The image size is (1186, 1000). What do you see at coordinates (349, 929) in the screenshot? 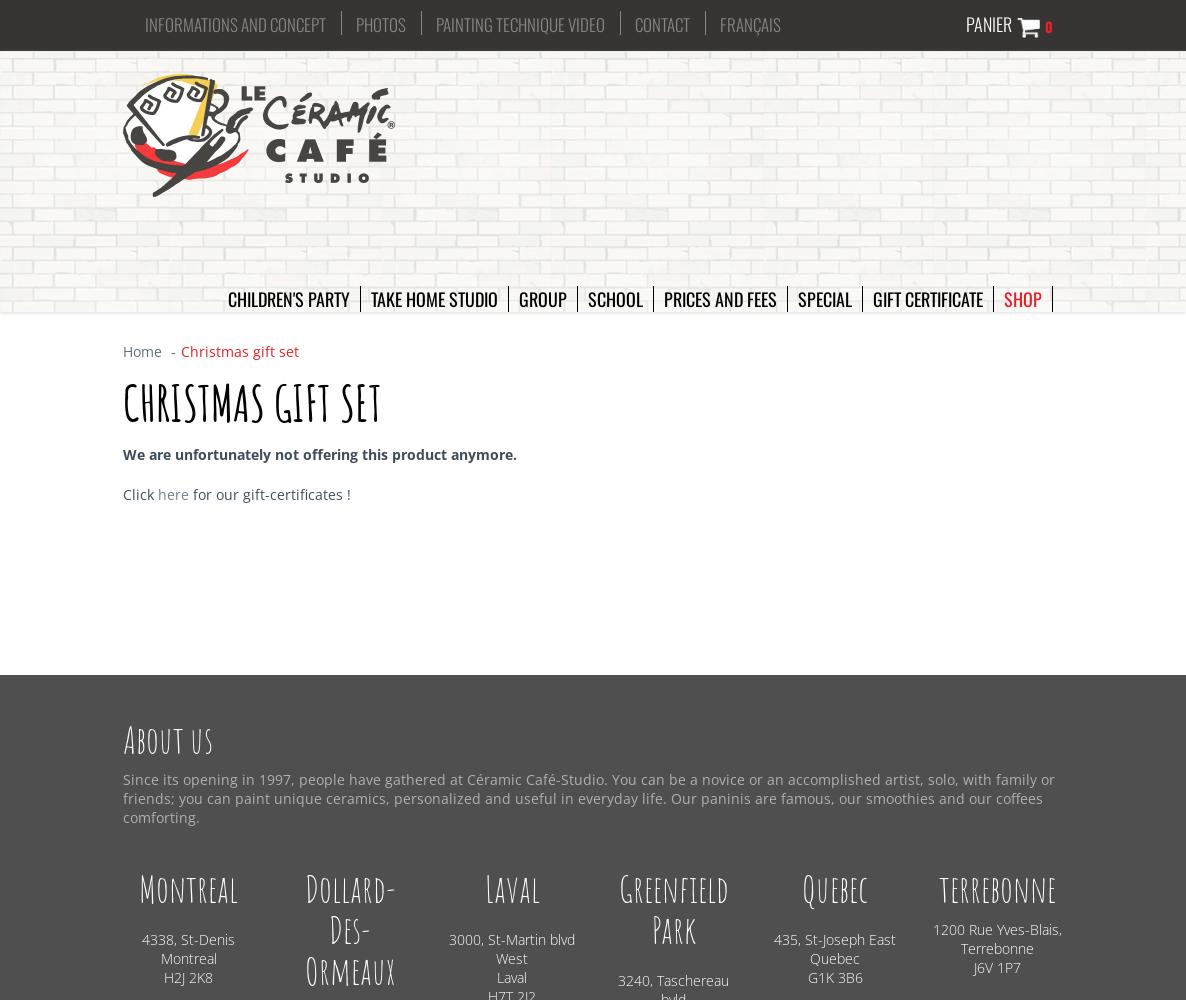
I see `'Dollard-Des-Ormeaux'` at bounding box center [349, 929].